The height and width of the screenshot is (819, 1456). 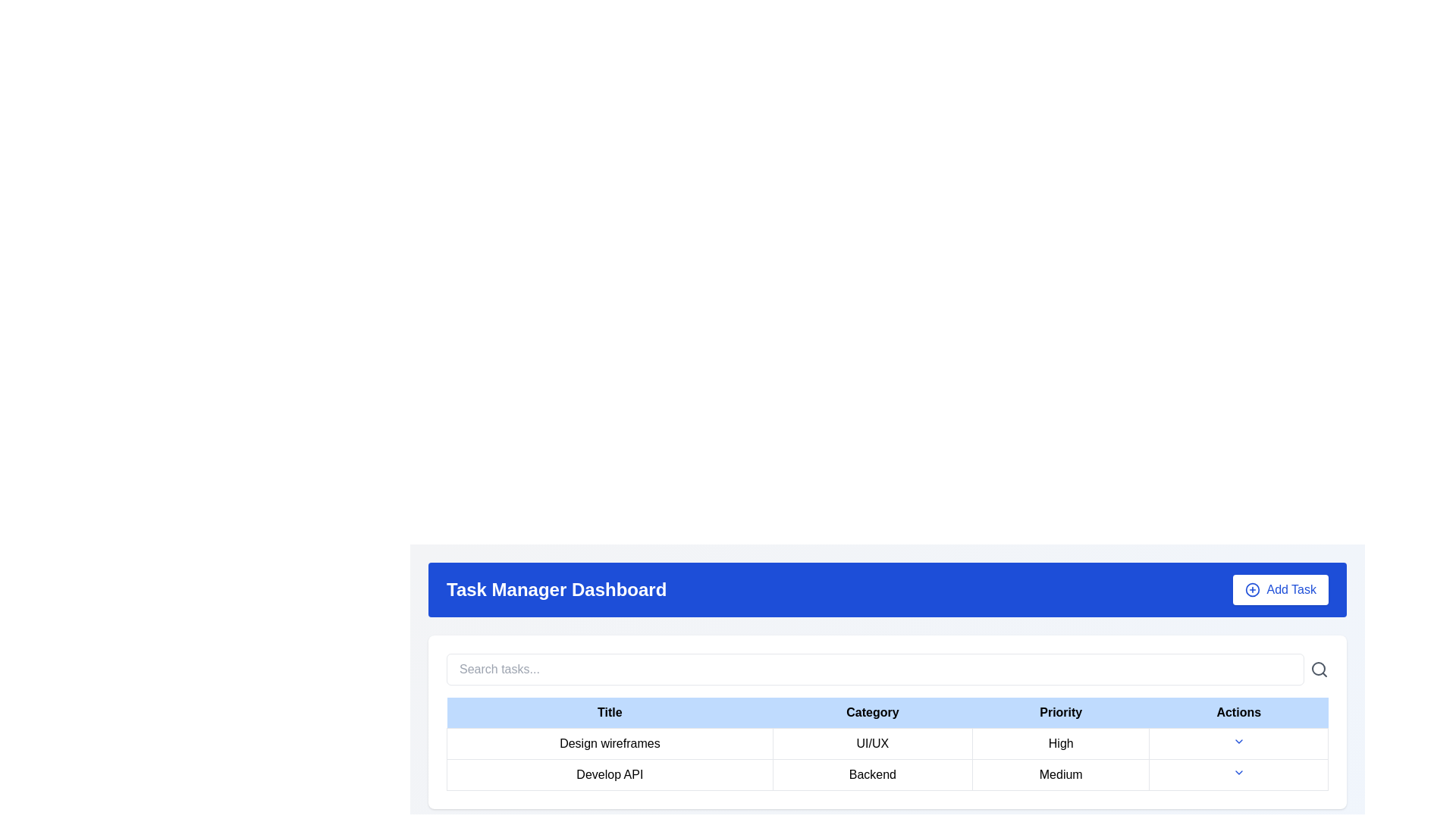 I want to click on the table header row with a light blue background containing the headings 'Title', 'Category', 'Priority', and 'Actions', so click(x=887, y=713).